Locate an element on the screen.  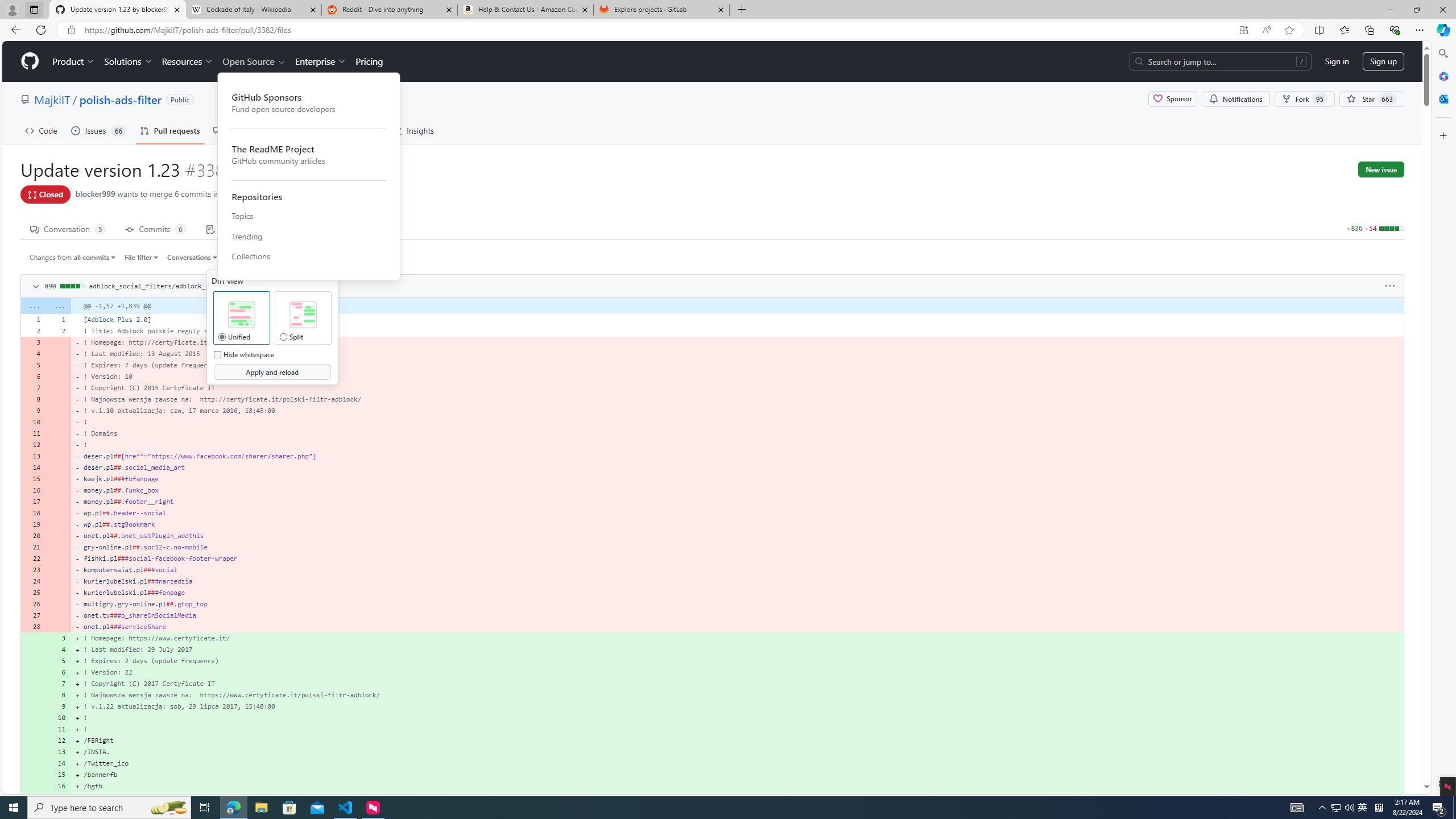
'The ReadME Project GitHub community articles' is located at coordinates (309, 154).